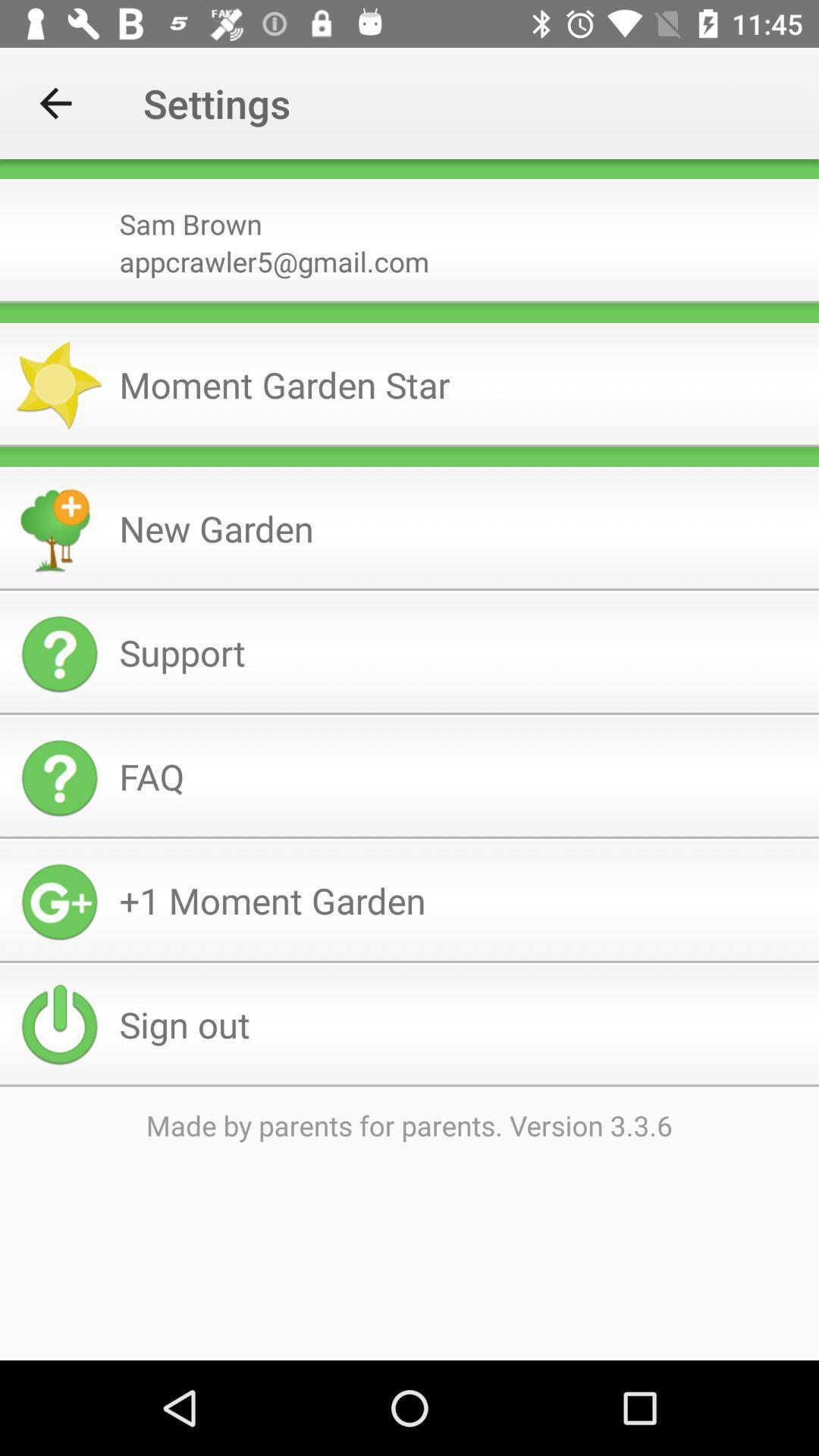  I want to click on item above appcrawler5@gmail.com, so click(462, 217).